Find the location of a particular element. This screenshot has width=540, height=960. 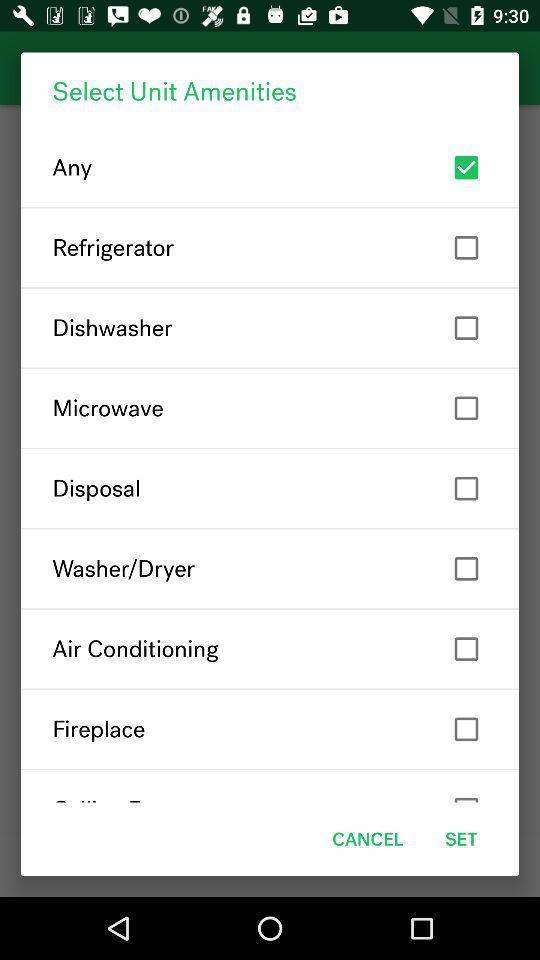

the icon to the right of the cancel item is located at coordinates (461, 839).